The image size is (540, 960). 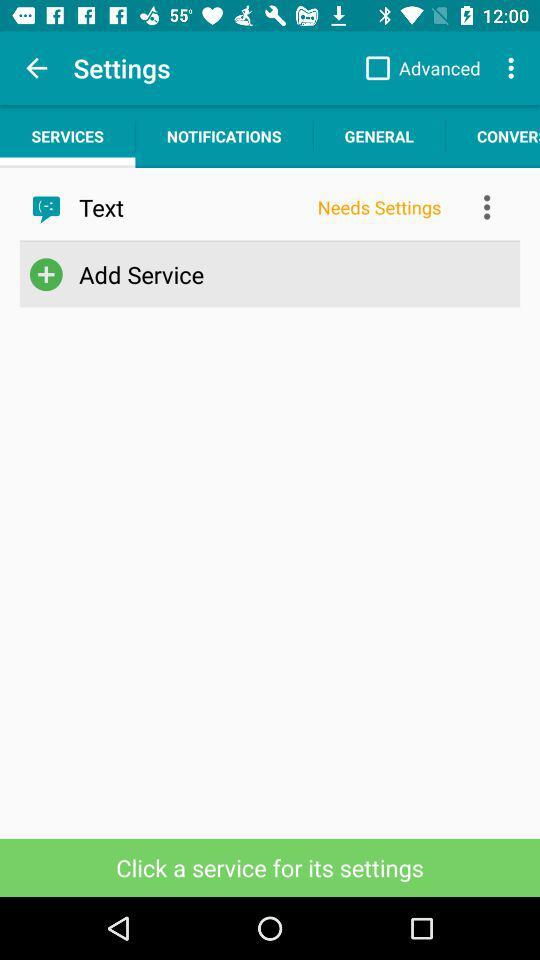 What do you see at coordinates (417, 68) in the screenshot?
I see `advanced icon` at bounding box center [417, 68].